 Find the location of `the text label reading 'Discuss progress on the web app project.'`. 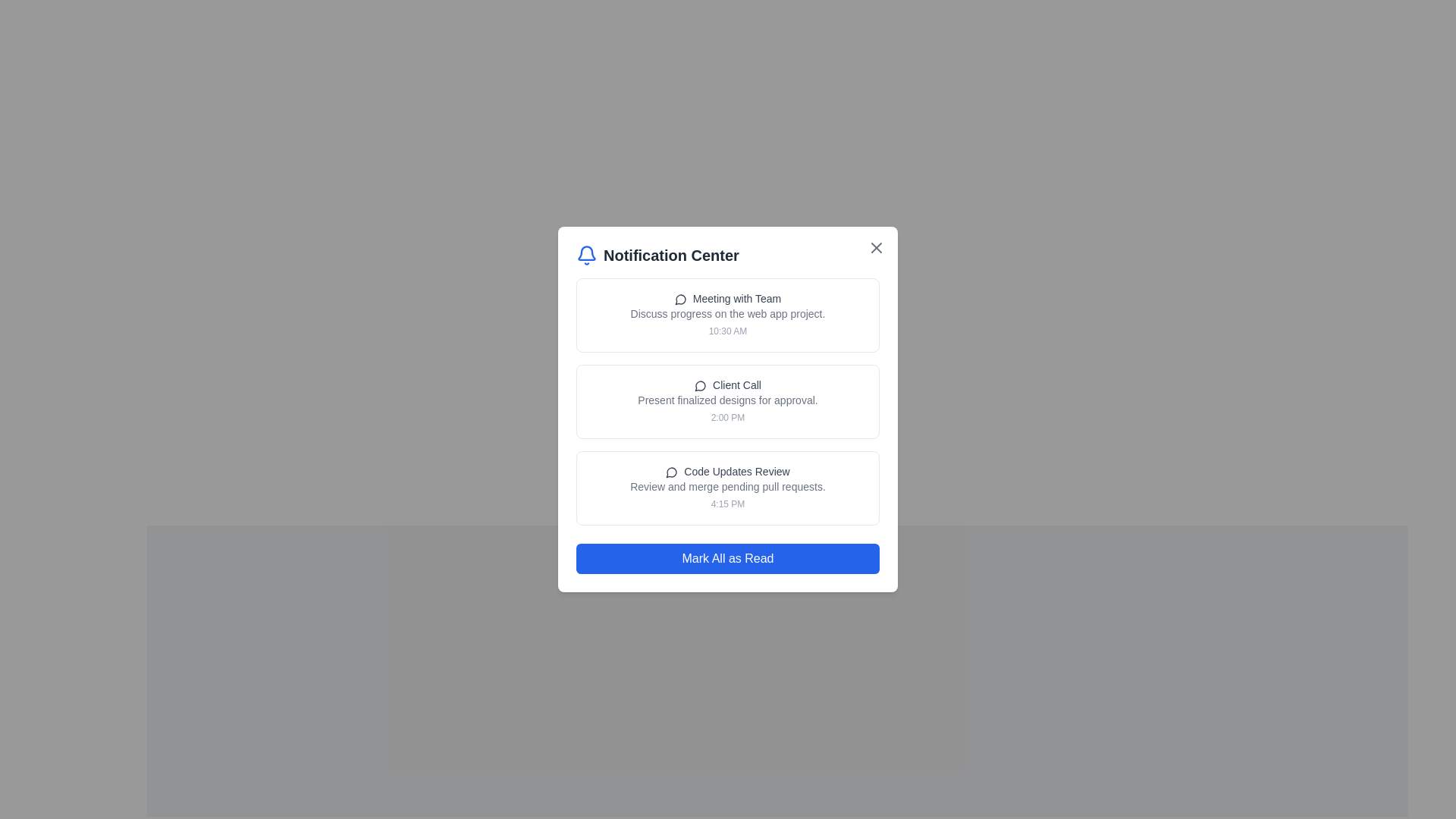

the text label reading 'Discuss progress on the web app project.' is located at coordinates (728, 312).